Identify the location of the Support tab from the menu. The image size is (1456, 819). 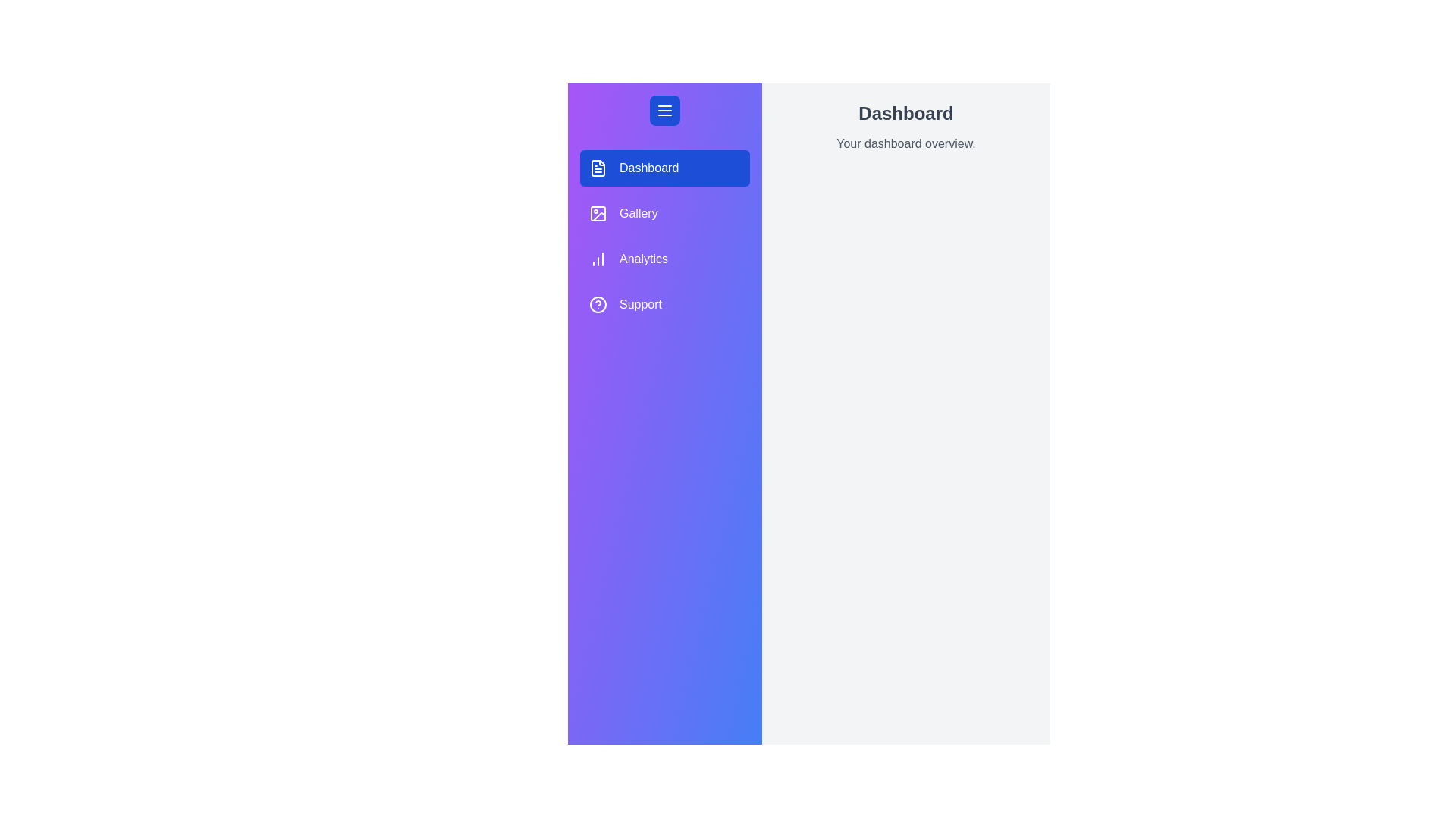
(665, 304).